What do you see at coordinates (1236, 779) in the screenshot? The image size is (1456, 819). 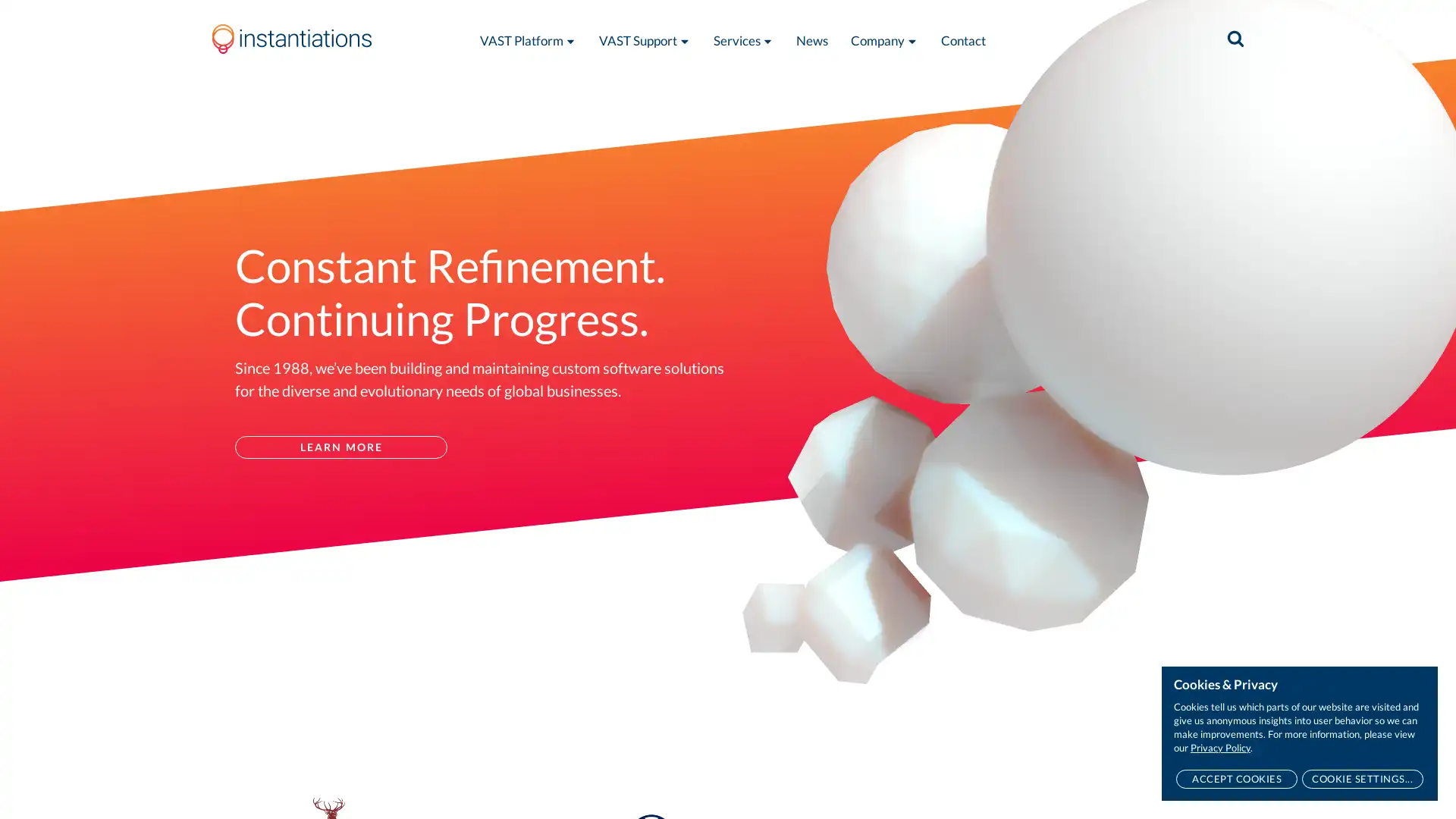 I see `ACCEPT COOKIES` at bounding box center [1236, 779].